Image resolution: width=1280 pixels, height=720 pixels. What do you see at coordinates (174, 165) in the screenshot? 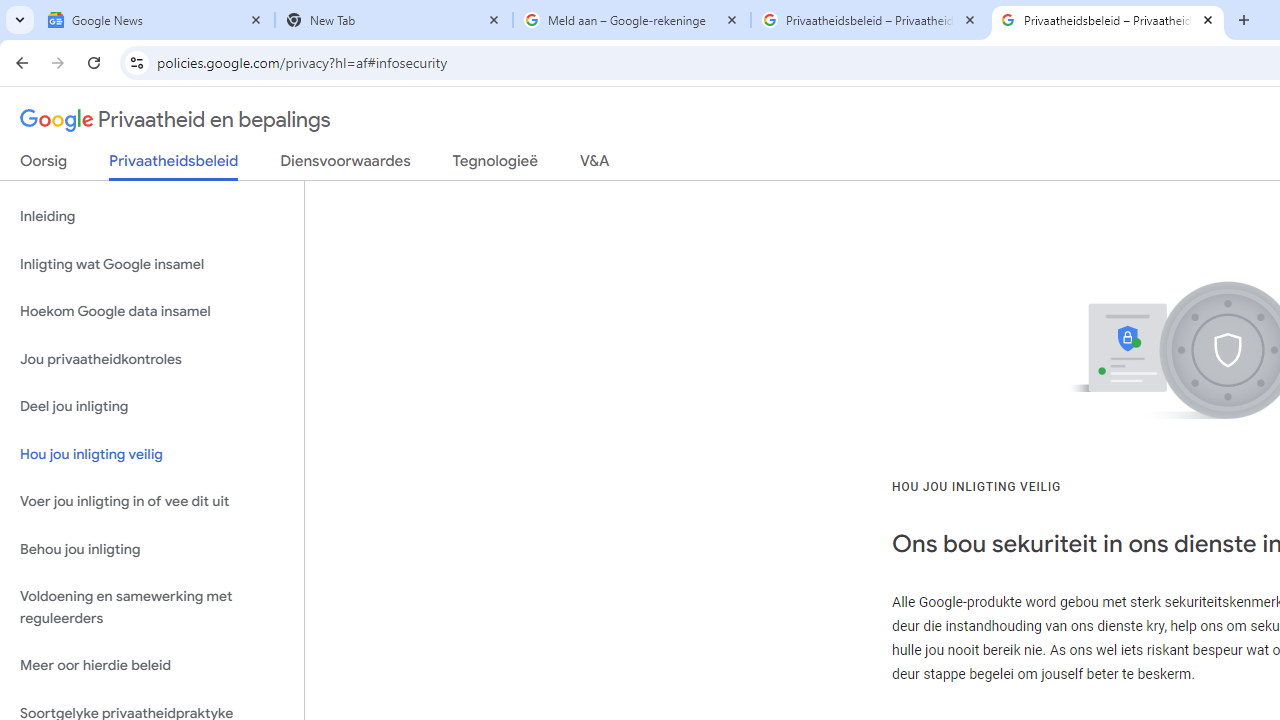
I see `'Privaatheidsbeleid'` at bounding box center [174, 165].